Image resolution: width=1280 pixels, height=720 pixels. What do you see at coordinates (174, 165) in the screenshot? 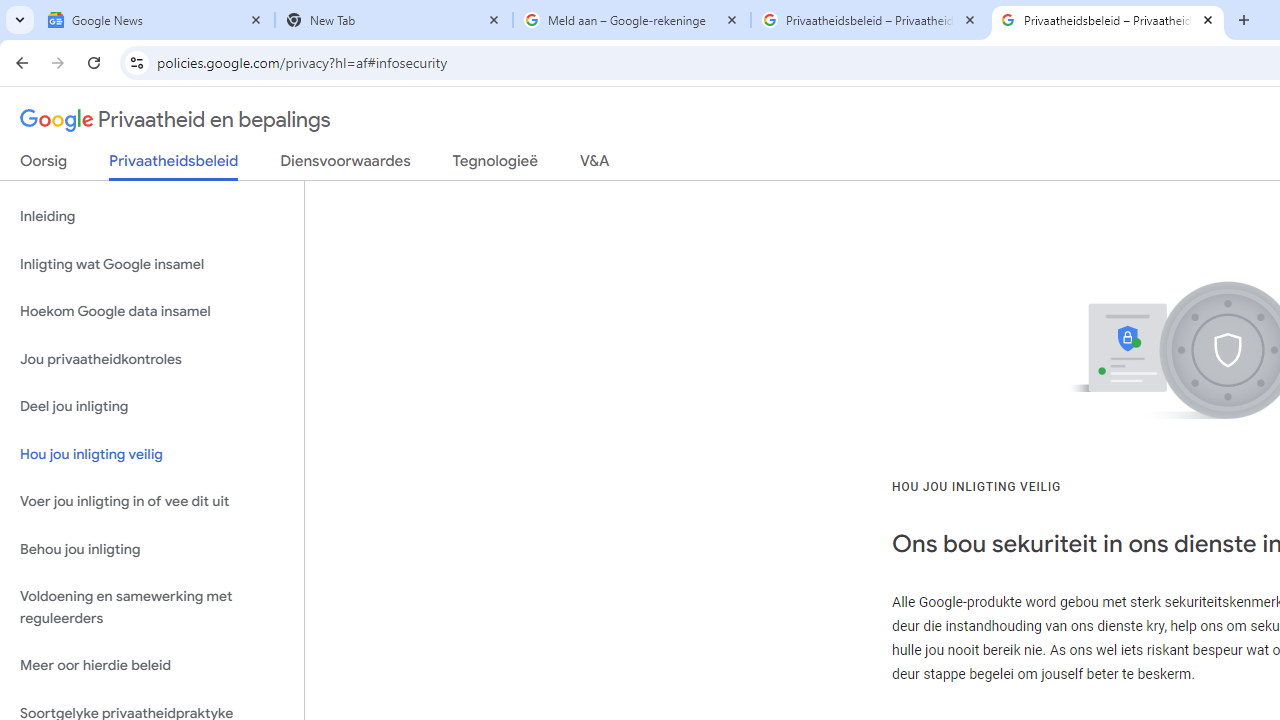
I see `'Privaatheidsbeleid'` at bounding box center [174, 165].